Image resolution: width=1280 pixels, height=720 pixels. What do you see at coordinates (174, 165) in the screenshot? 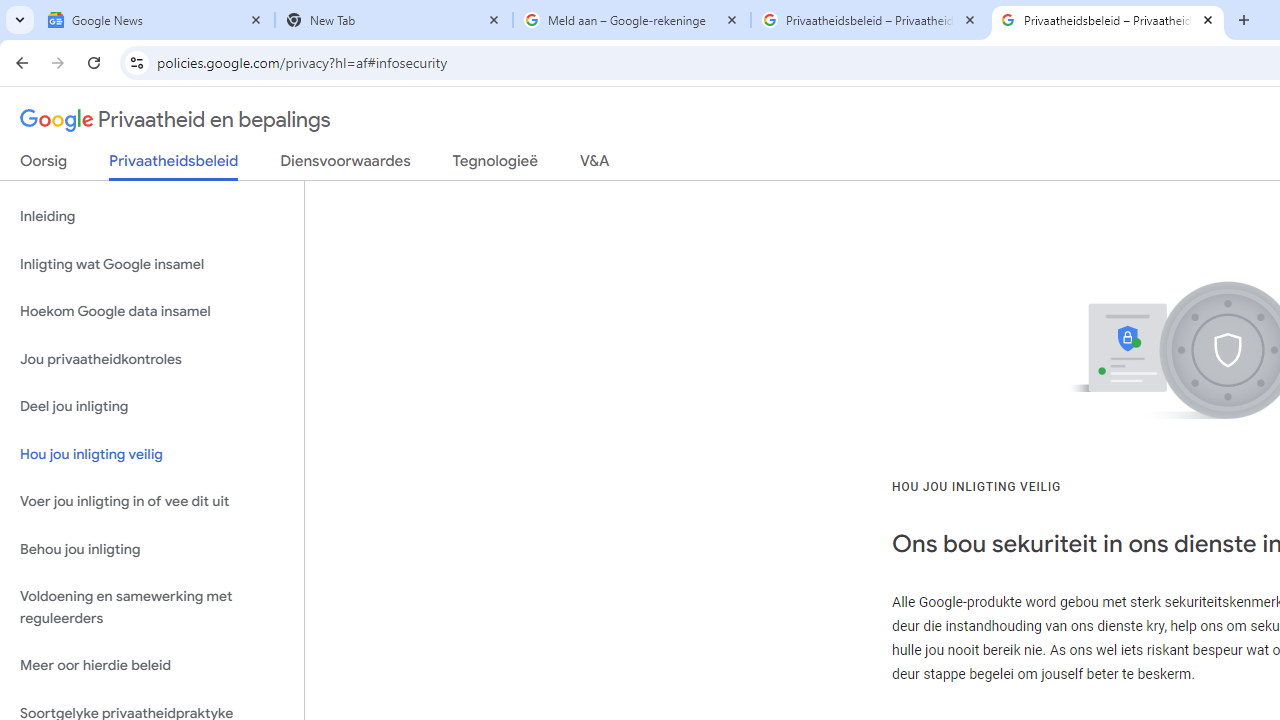
I see `'Privaatheidsbeleid'` at bounding box center [174, 165].